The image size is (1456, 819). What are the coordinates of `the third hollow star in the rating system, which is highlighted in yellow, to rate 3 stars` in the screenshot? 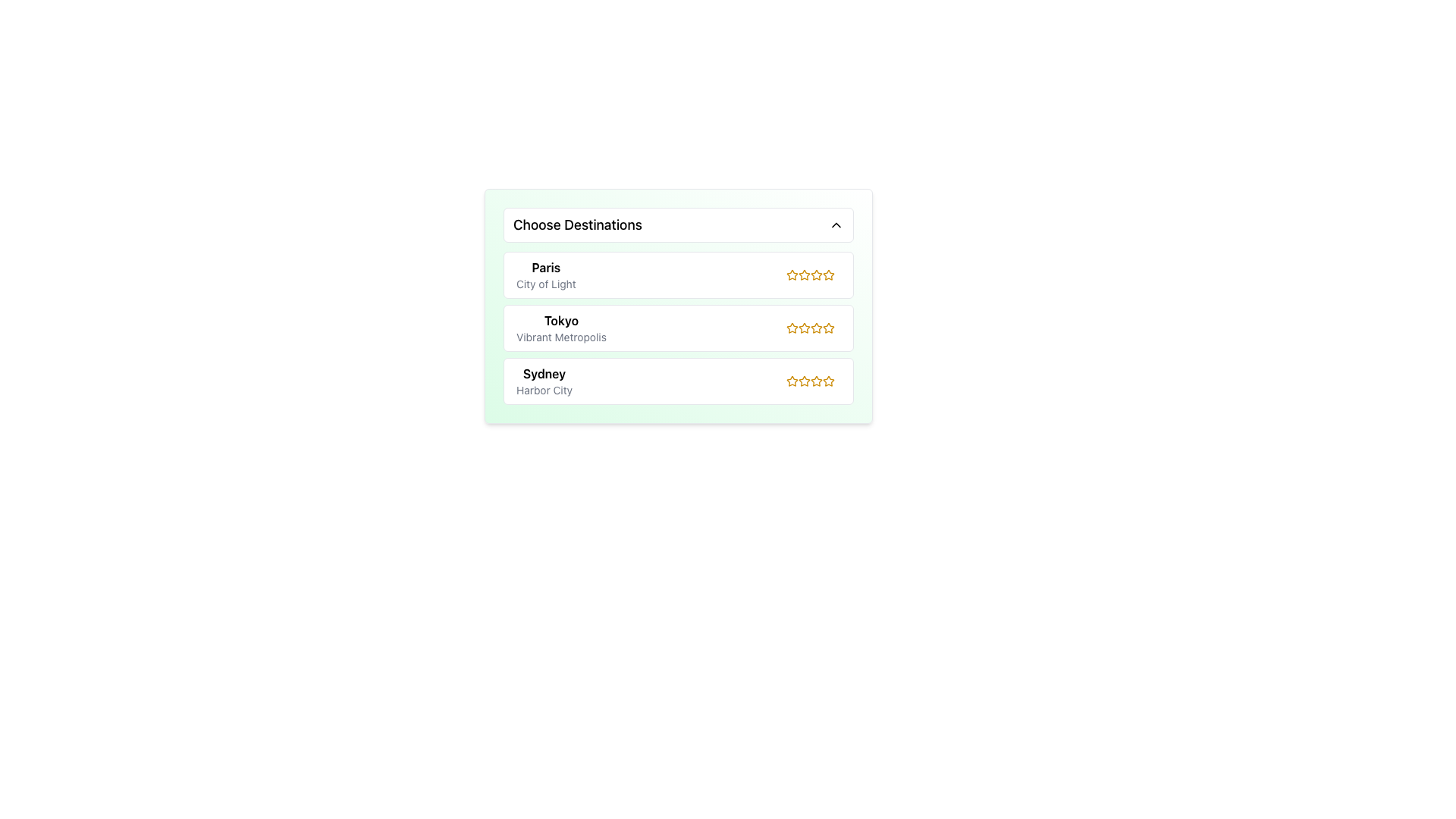 It's located at (813, 380).